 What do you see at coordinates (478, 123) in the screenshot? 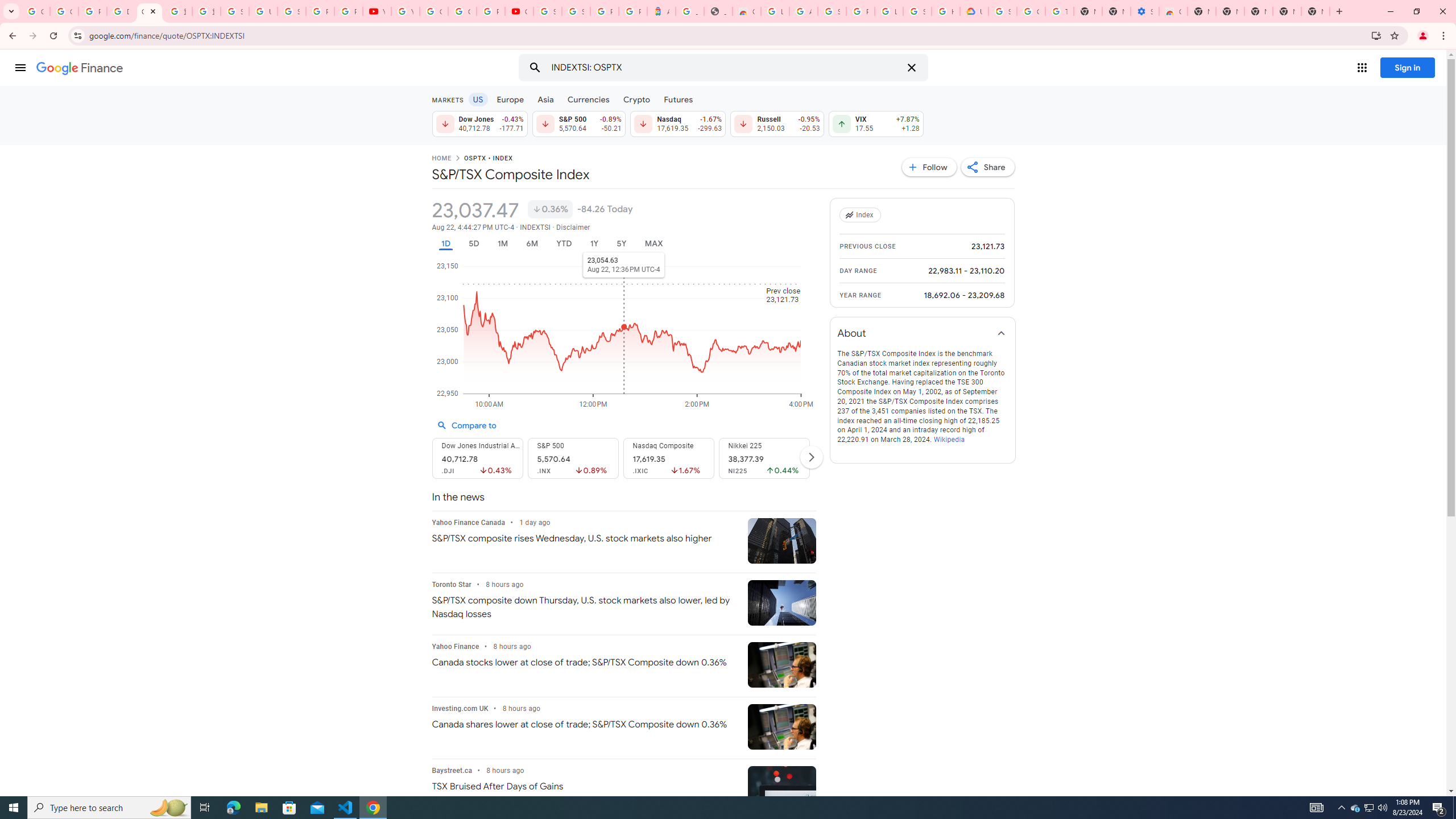
I see `'Dow Jones 40,712.78 Down by 0.43% -177.71'` at bounding box center [478, 123].